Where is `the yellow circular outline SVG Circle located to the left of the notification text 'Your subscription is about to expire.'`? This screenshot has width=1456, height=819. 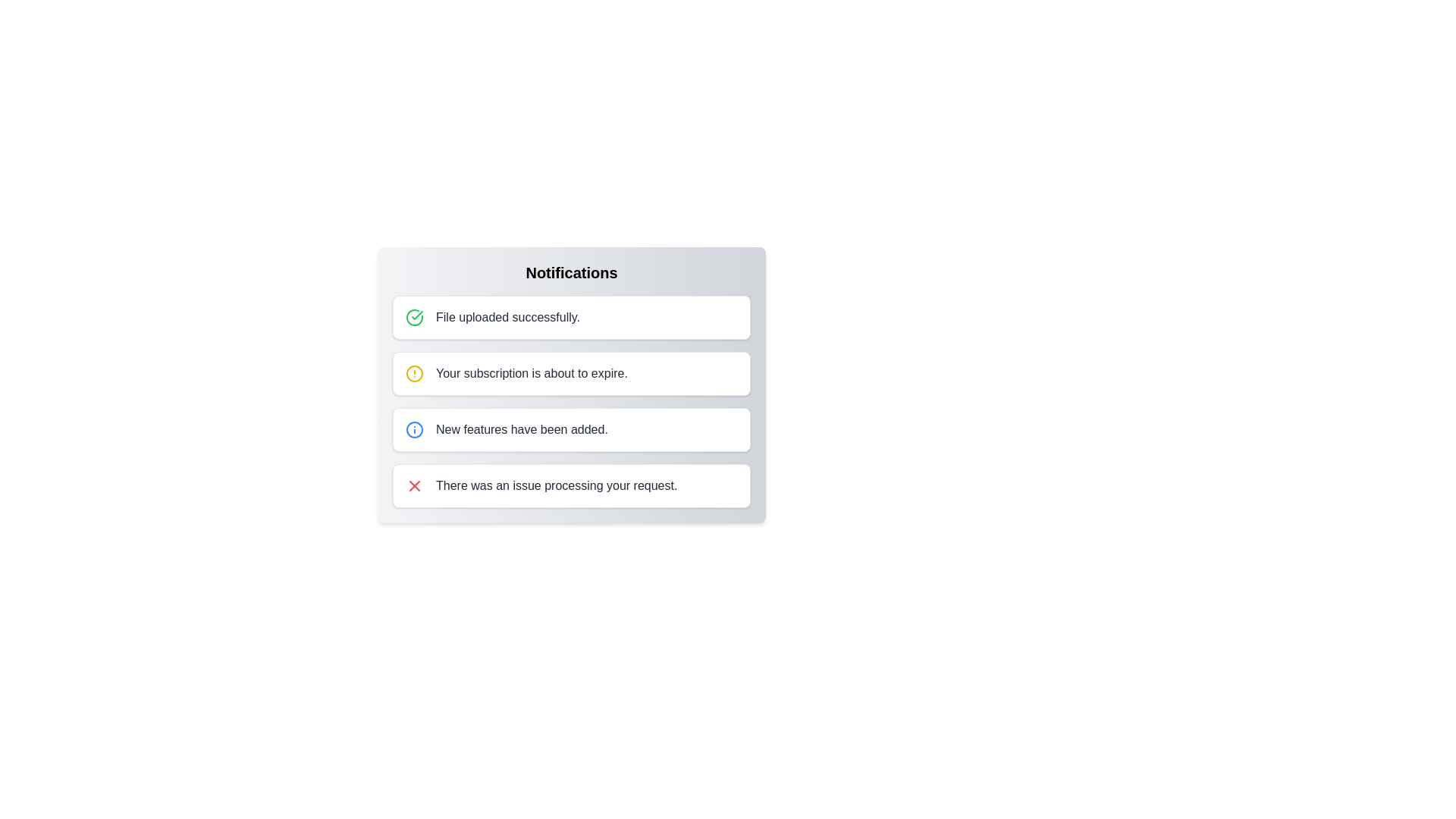 the yellow circular outline SVG Circle located to the left of the notification text 'Your subscription is about to expire.' is located at coordinates (415, 374).